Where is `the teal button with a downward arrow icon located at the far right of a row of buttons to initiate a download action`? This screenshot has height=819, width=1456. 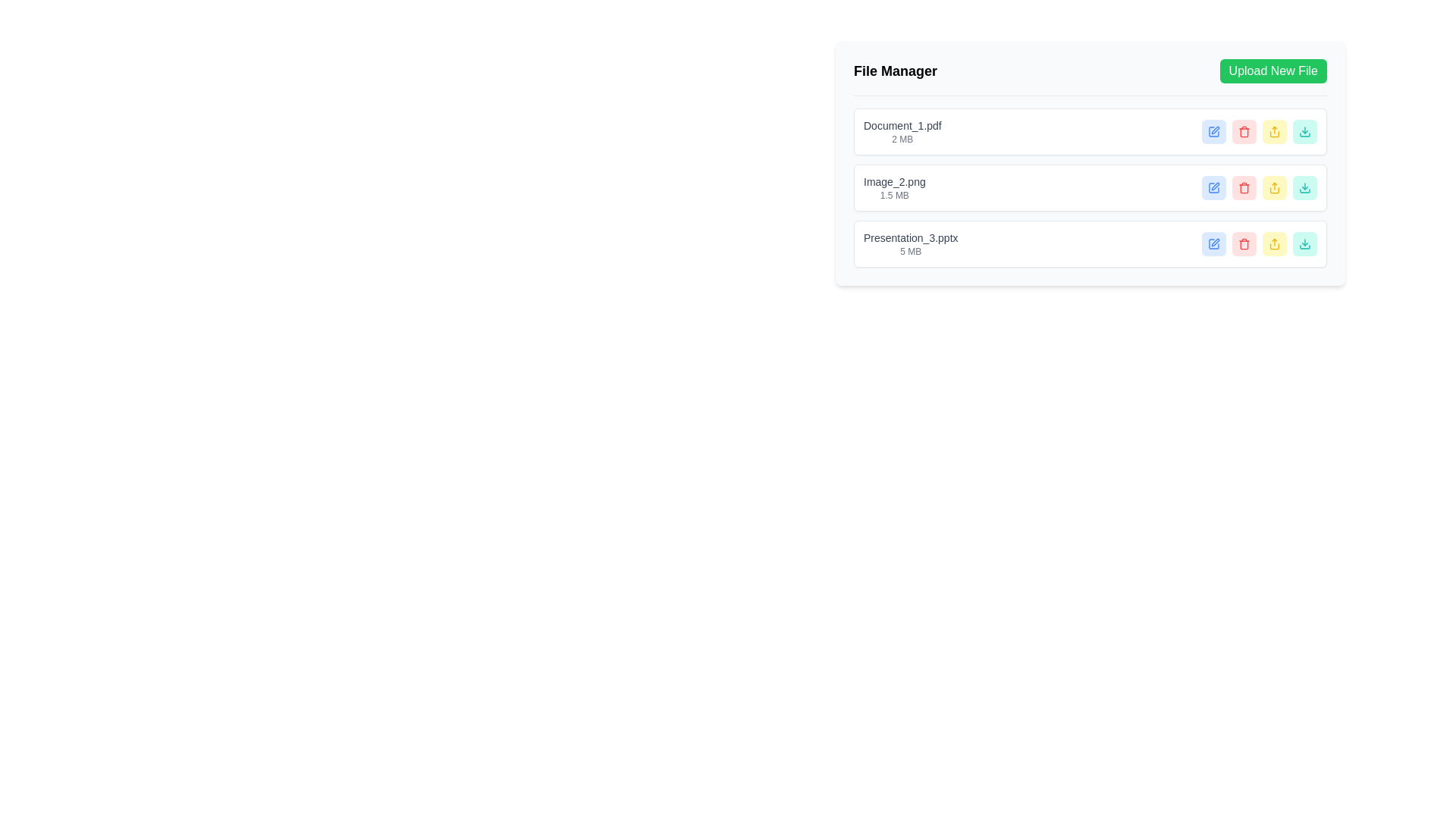 the teal button with a downward arrow icon located at the far right of a row of buttons to initiate a download action is located at coordinates (1304, 243).